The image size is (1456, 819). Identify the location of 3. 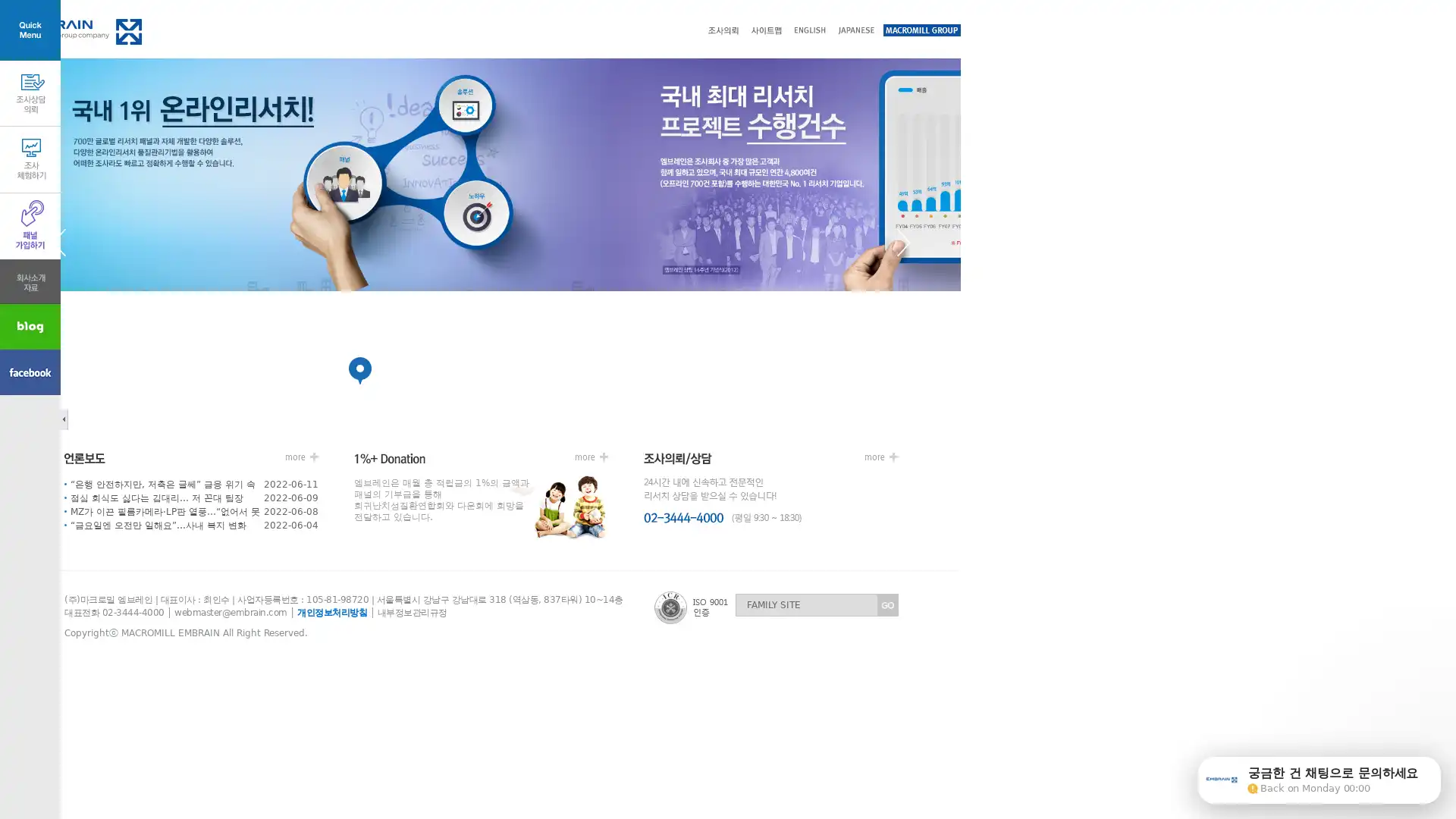
(661, 371).